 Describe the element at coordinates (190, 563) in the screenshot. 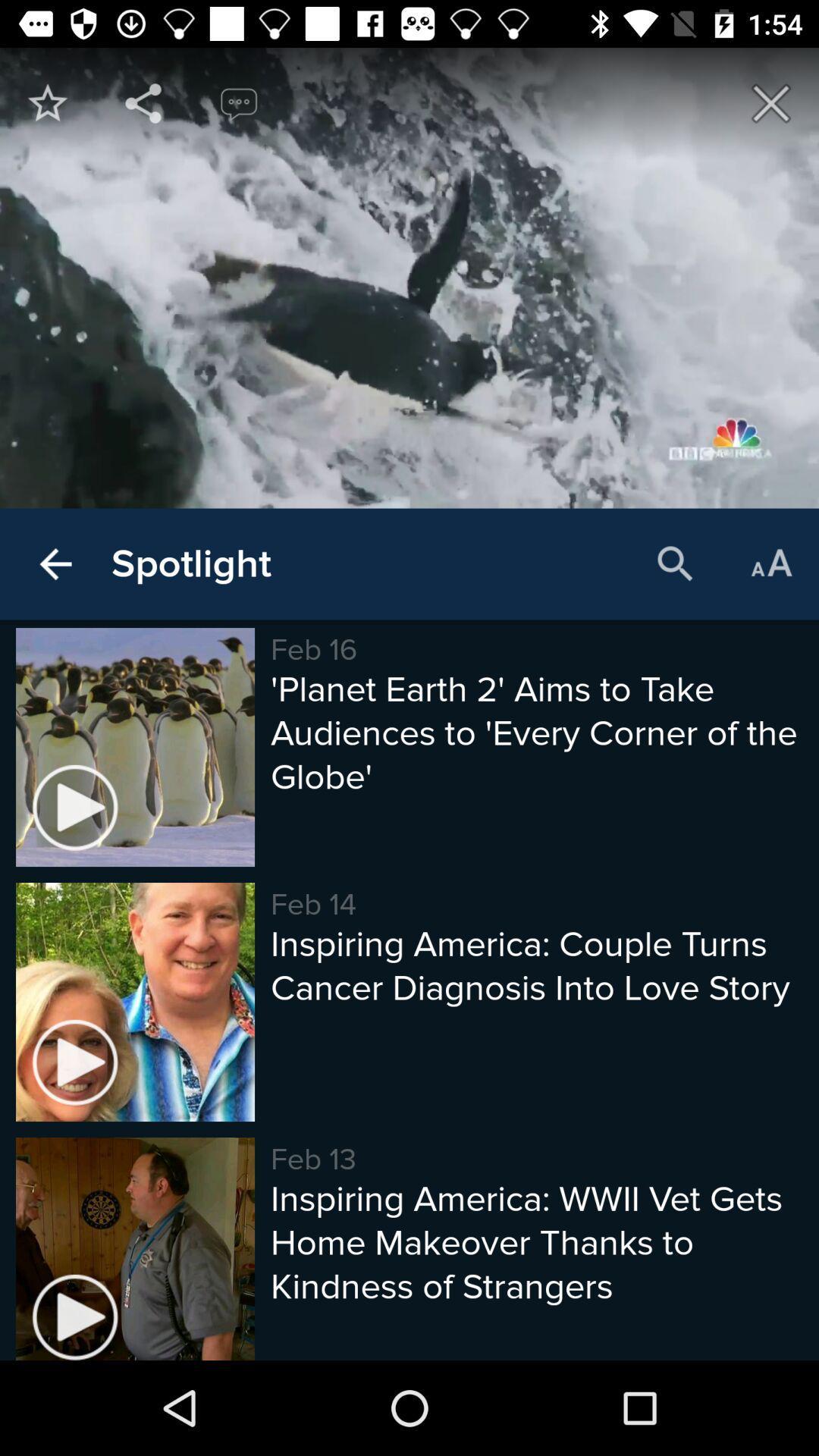

I see `the item to the left of the feb 16 item` at that location.